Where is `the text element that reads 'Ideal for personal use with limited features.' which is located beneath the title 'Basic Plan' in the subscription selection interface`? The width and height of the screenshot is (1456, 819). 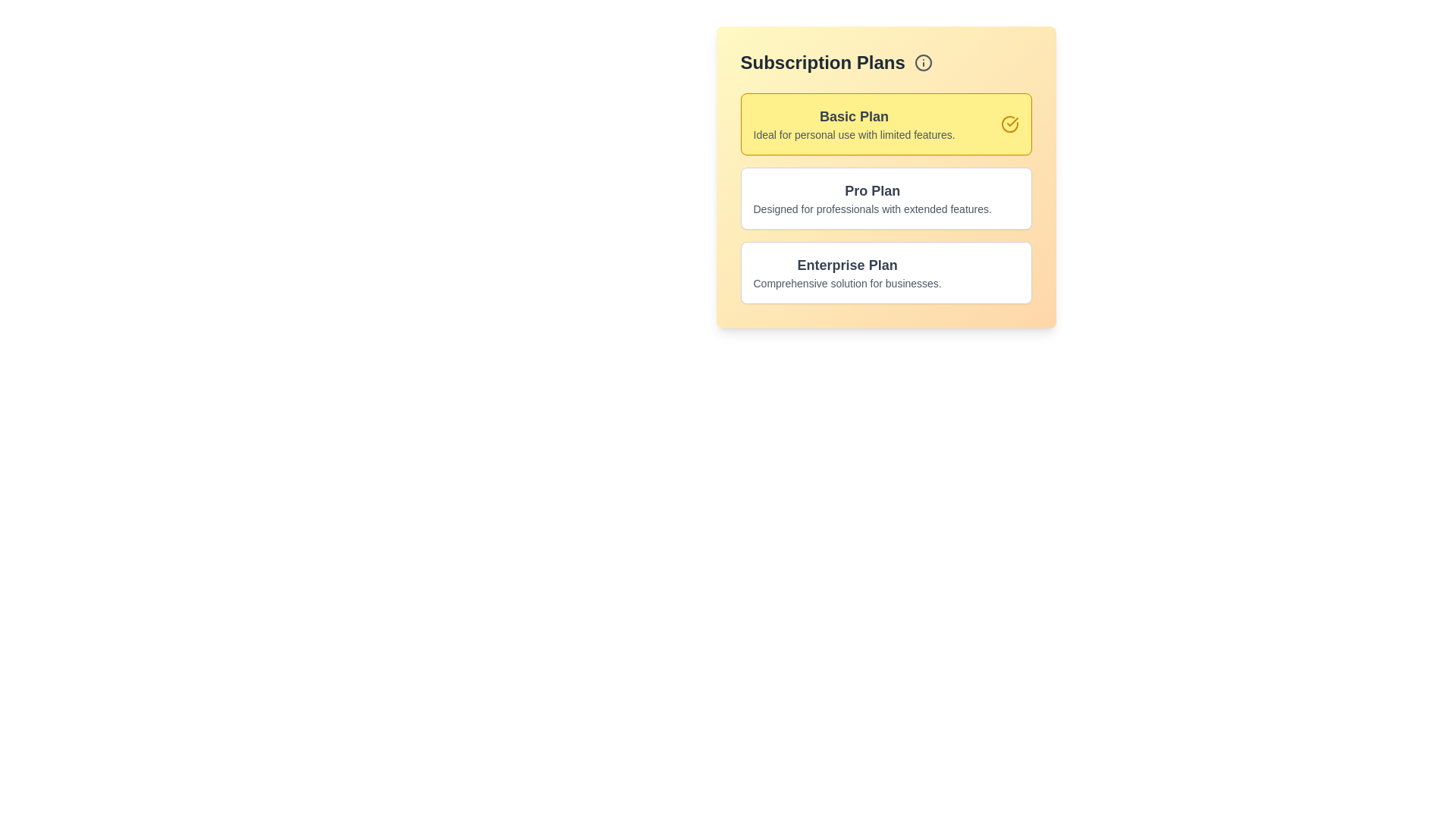
the text element that reads 'Ideal for personal use with limited features.' which is located beneath the title 'Basic Plan' in the subscription selection interface is located at coordinates (854, 133).